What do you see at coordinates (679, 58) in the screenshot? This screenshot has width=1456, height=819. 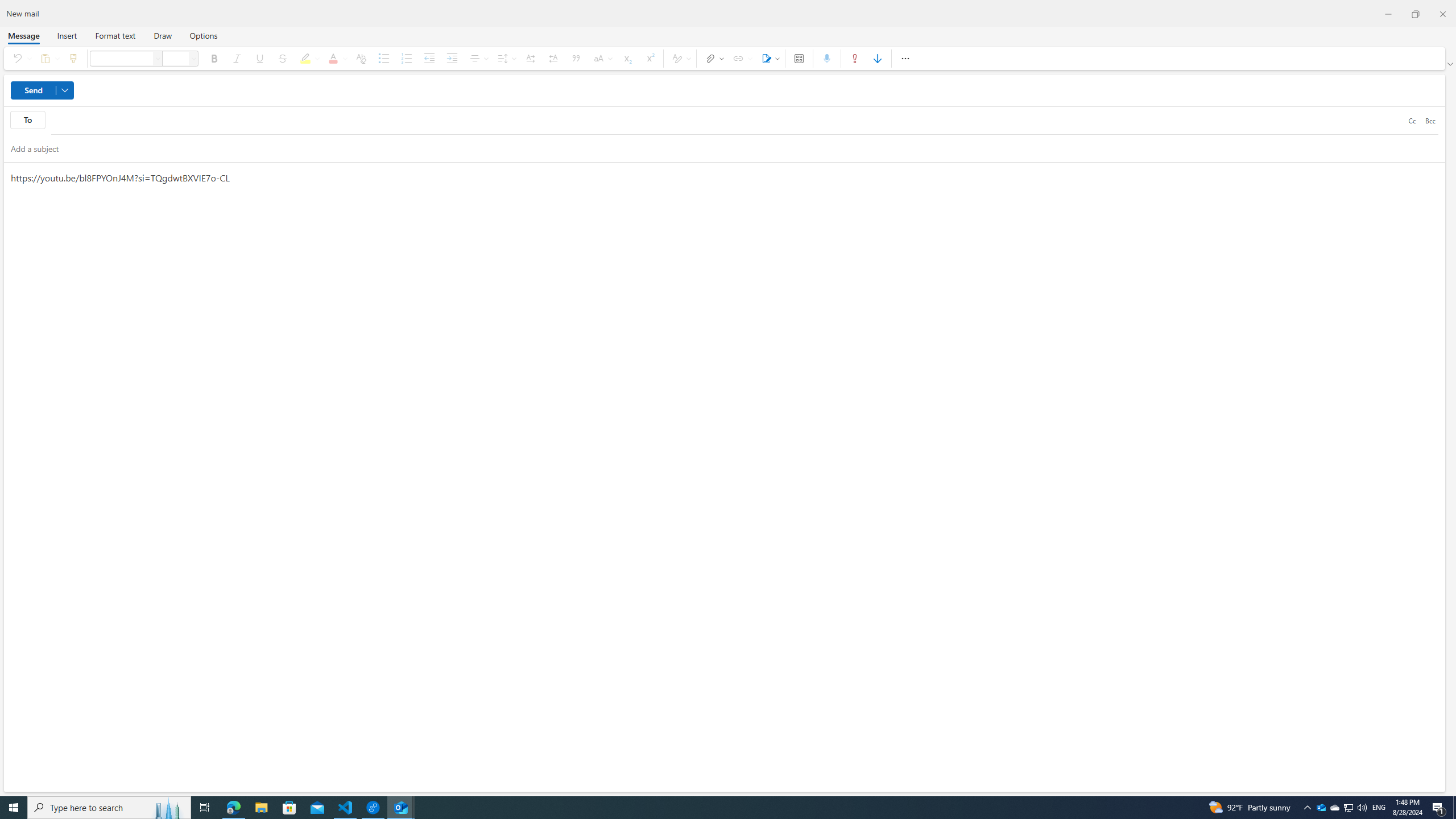 I see `'Styles'` at bounding box center [679, 58].